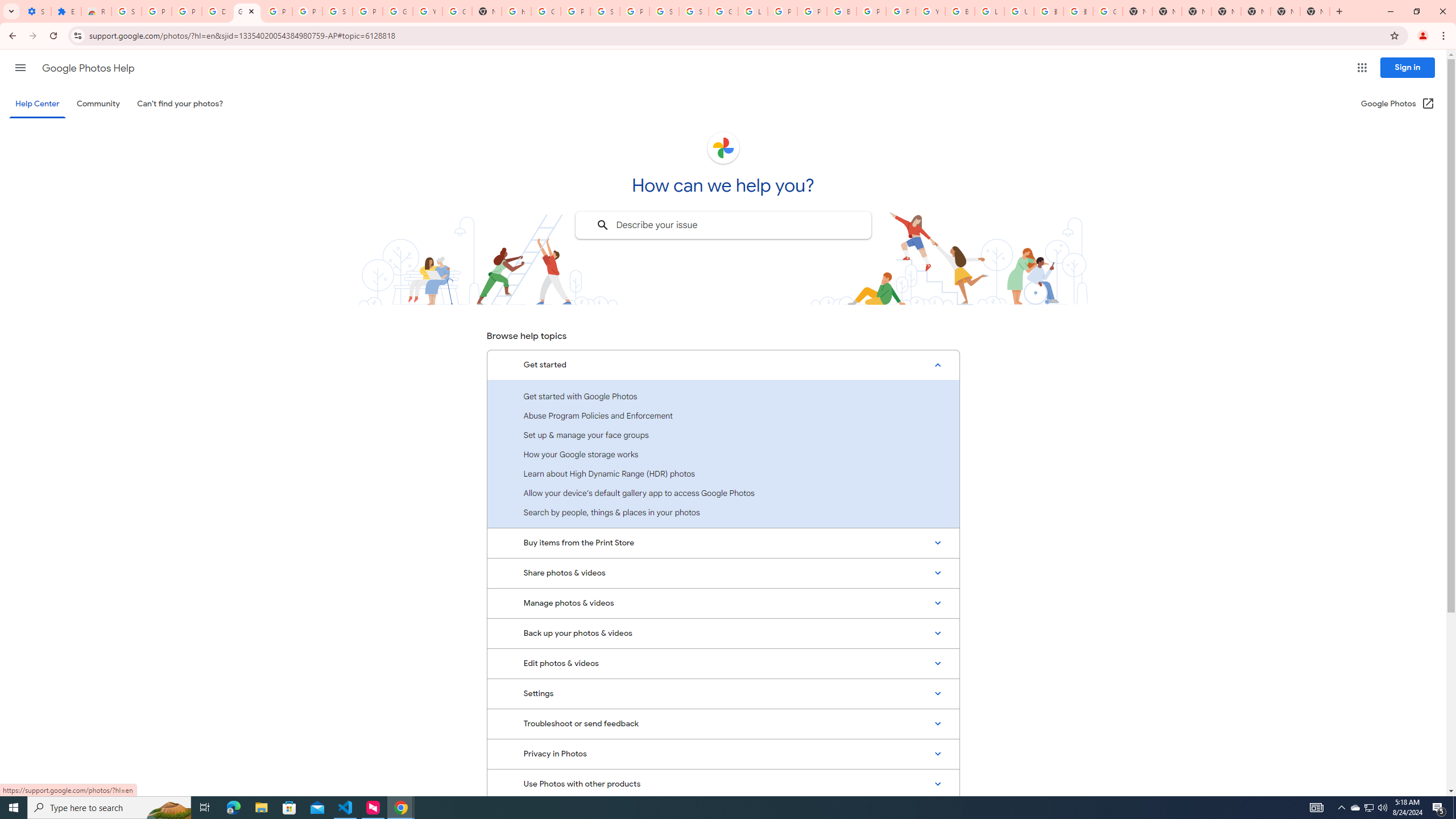 This screenshot has width=1456, height=819. I want to click on 'YouTube', so click(929, 11).